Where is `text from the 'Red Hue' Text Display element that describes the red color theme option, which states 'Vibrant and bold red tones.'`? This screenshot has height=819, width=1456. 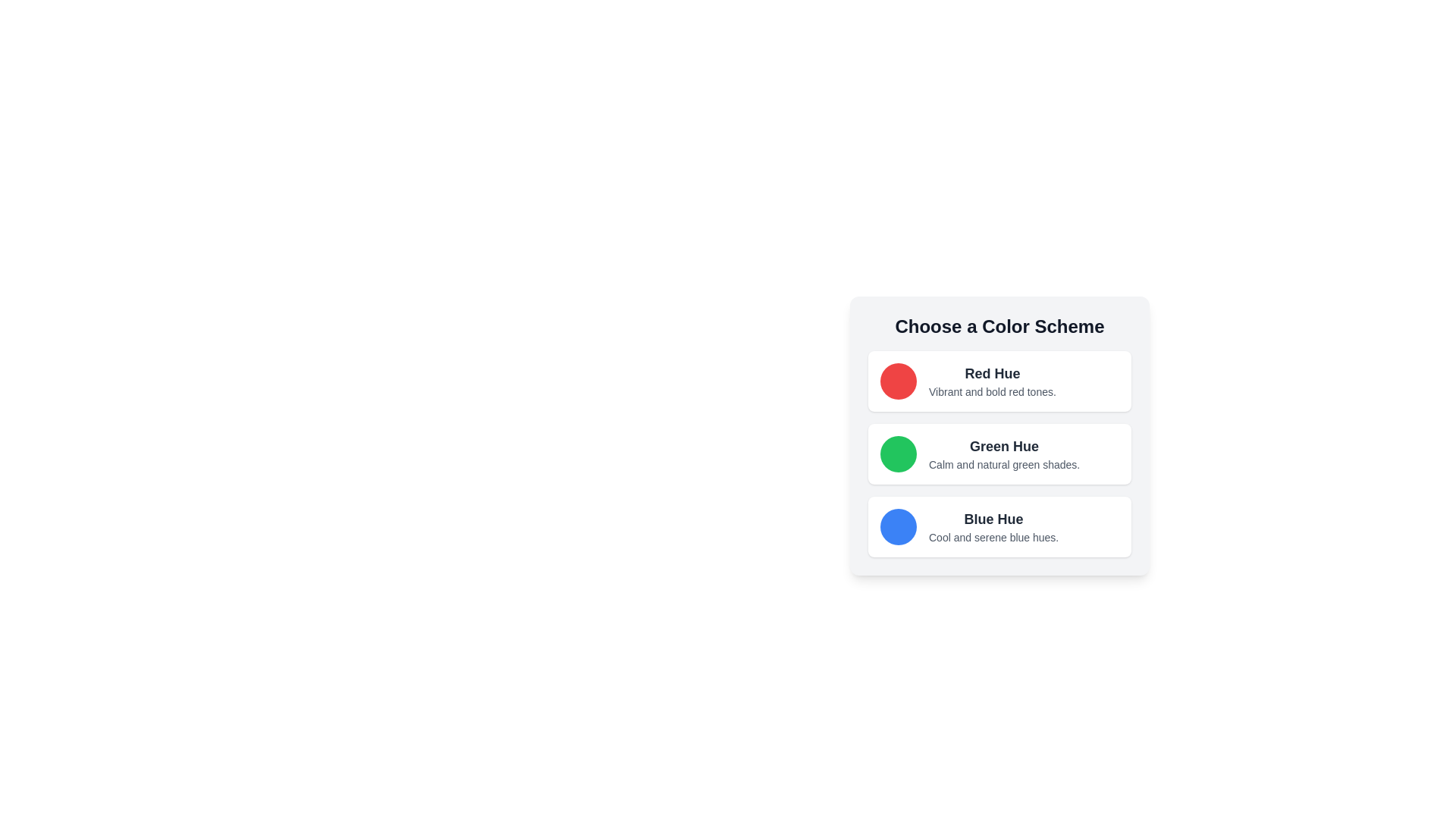
text from the 'Red Hue' Text Display element that describes the red color theme option, which states 'Vibrant and bold red tones.' is located at coordinates (992, 380).